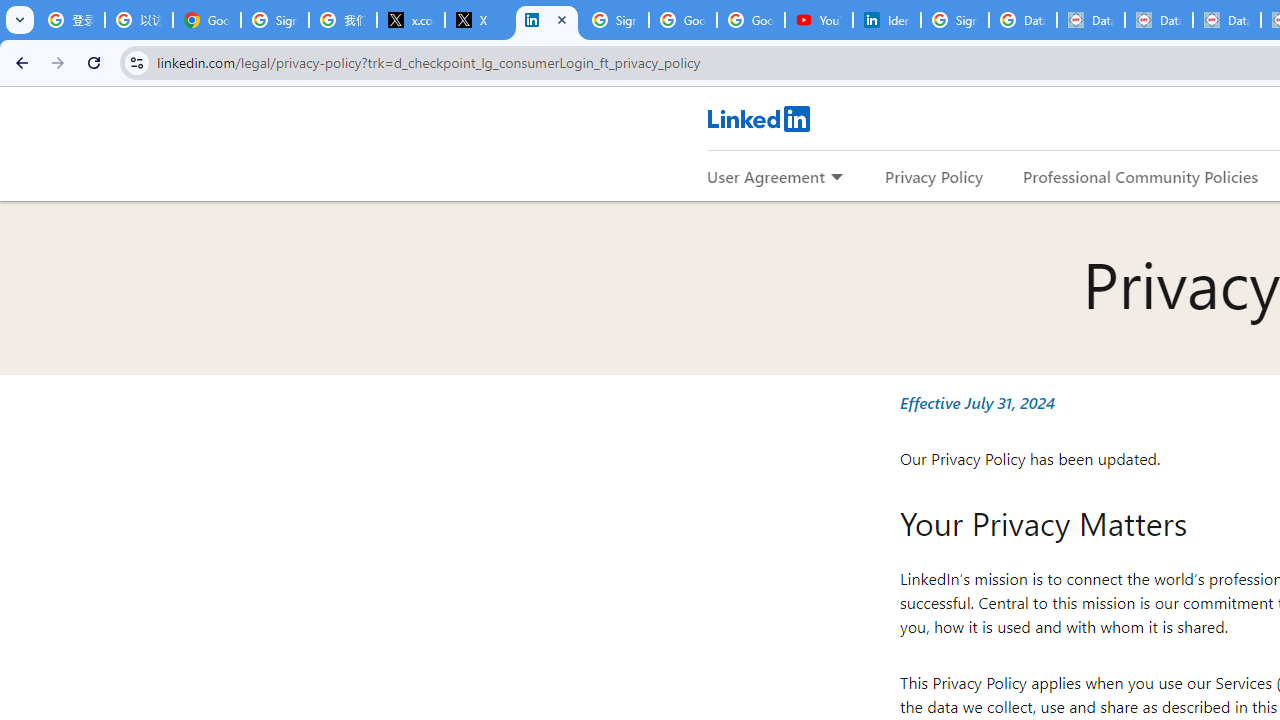  I want to click on 'Effective July 31, 2024', so click(977, 402).